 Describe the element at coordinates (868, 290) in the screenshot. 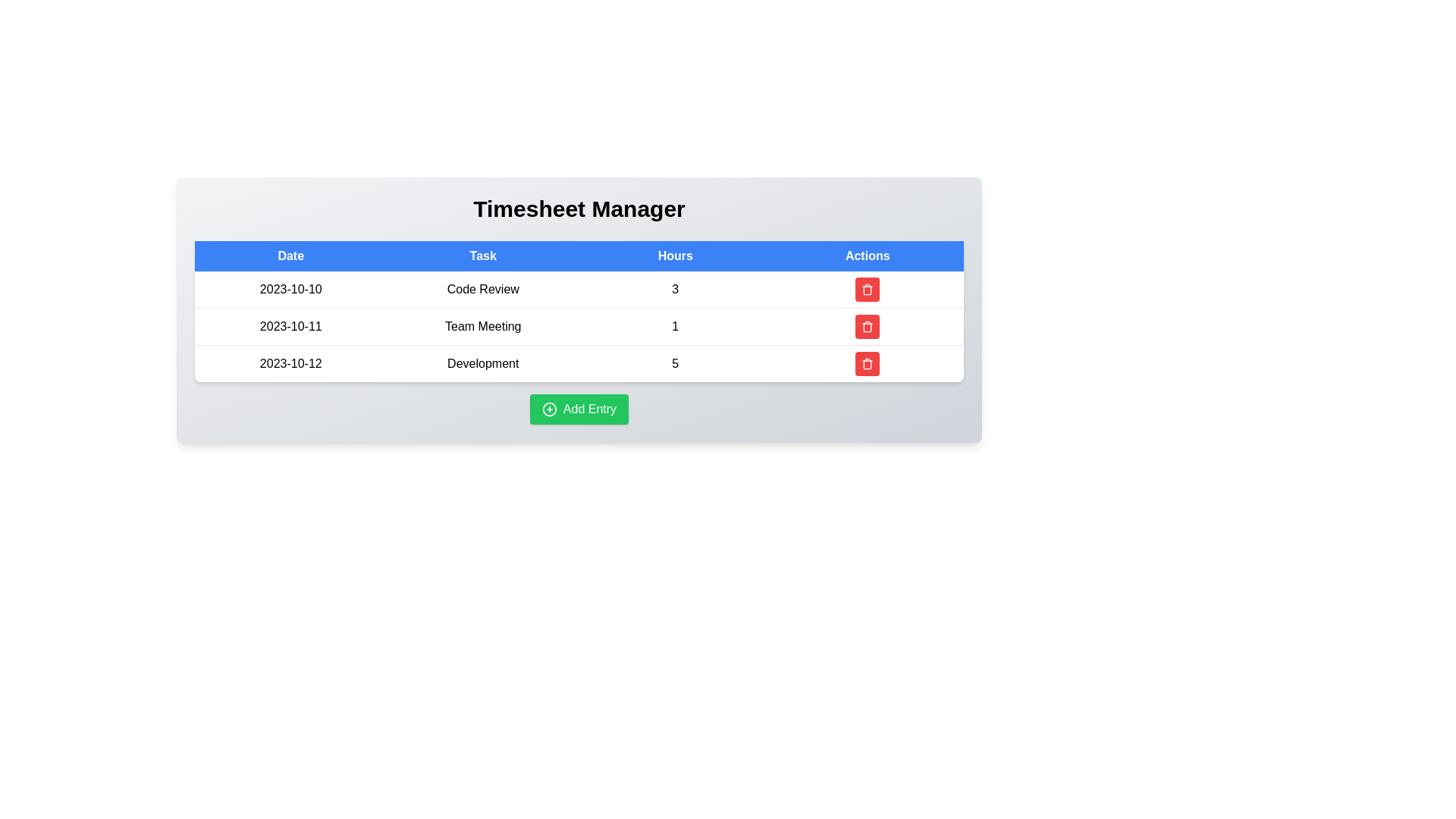

I see `the delete button with a red background and trash icon located in the last column of the first row under the 'Actions' header` at that location.